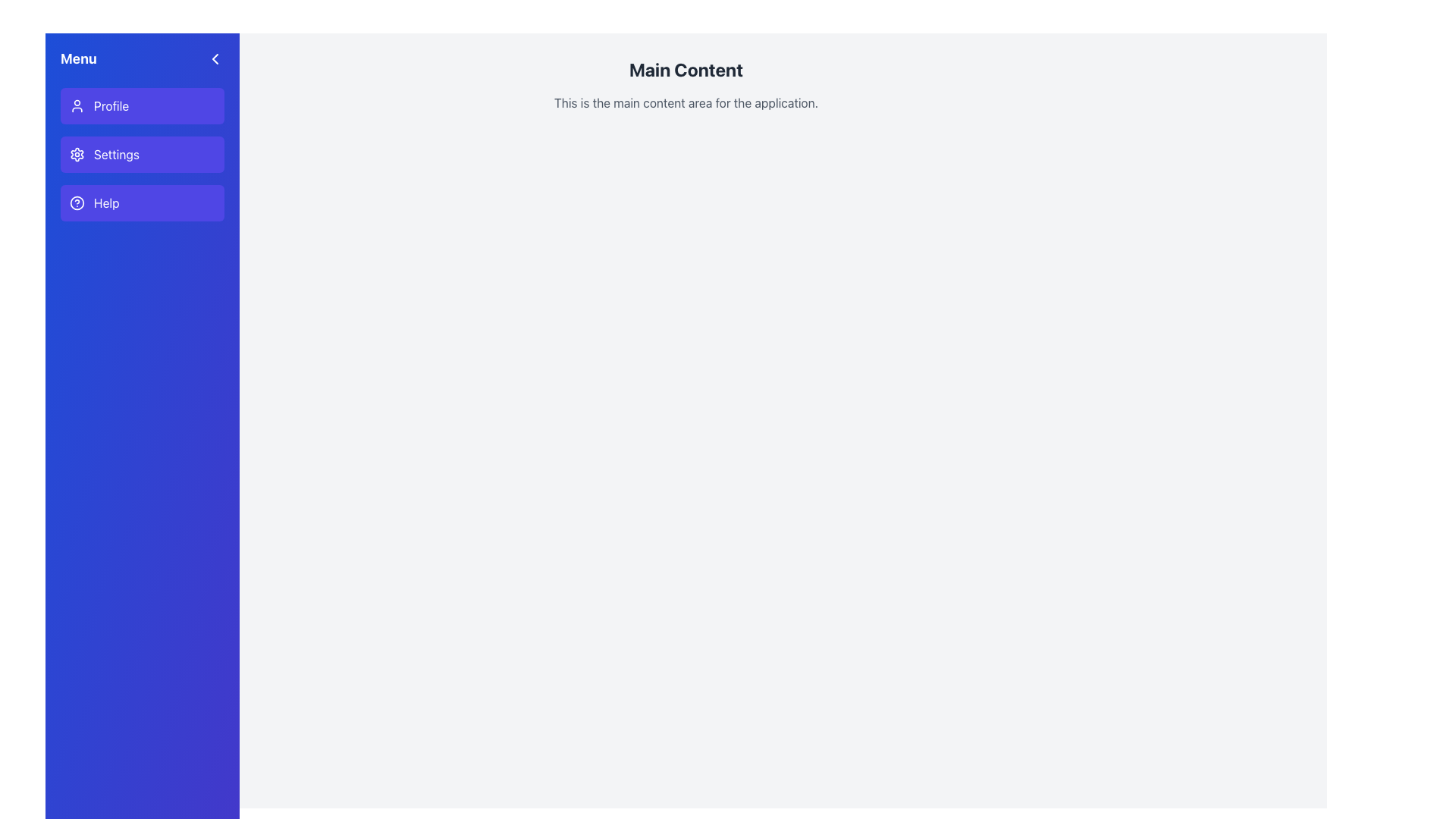 The image size is (1456, 819). I want to click on the 'Settings' icon located in the left sidebar navigation menu, so click(76, 155).